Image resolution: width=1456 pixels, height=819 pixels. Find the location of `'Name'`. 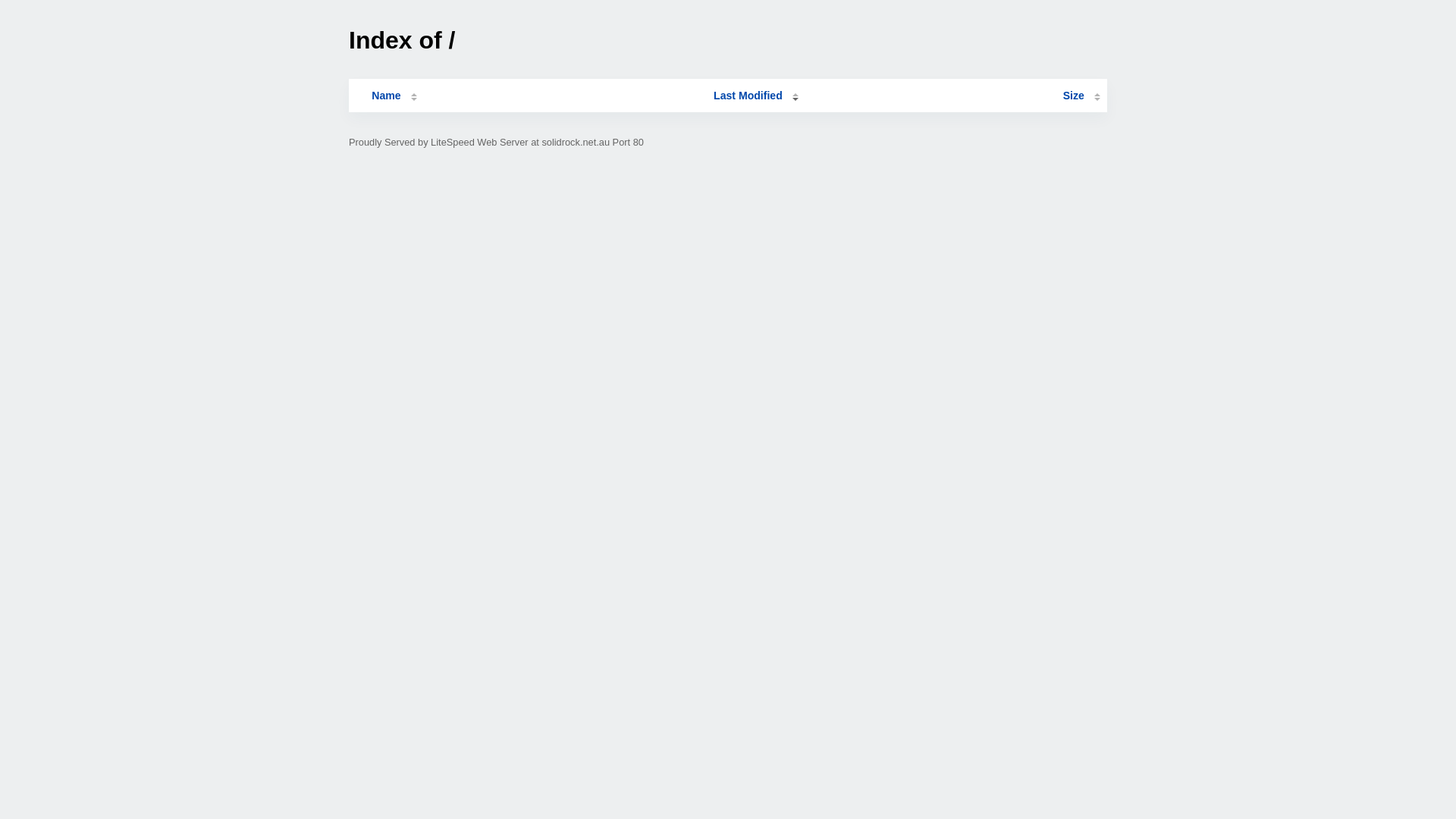

'Name' is located at coordinates (385, 96).